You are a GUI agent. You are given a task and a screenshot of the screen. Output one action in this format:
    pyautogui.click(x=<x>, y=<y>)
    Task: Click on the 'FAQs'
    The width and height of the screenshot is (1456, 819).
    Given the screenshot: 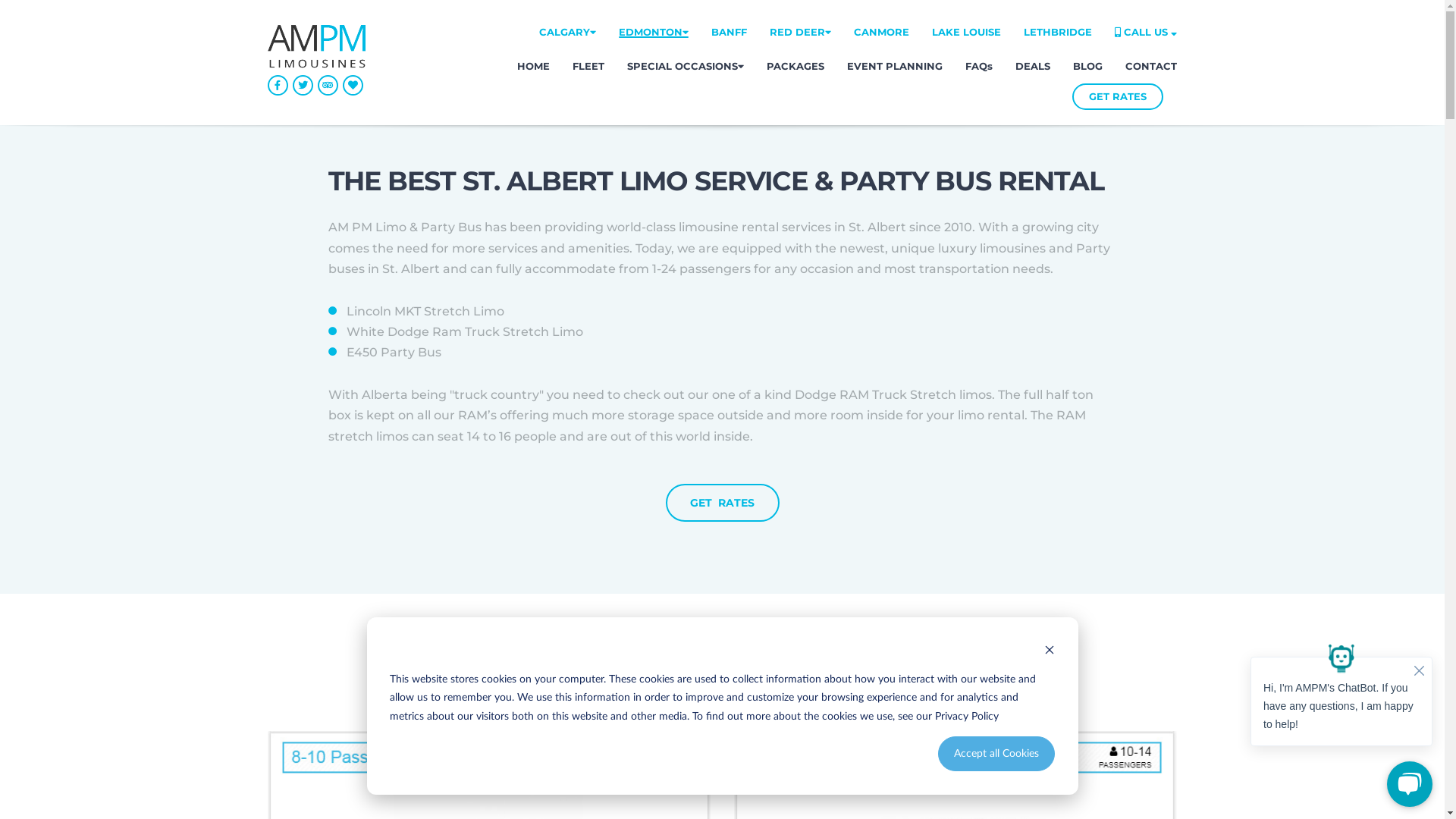 What is the action you would take?
    pyautogui.click(x=979, y=65)
    